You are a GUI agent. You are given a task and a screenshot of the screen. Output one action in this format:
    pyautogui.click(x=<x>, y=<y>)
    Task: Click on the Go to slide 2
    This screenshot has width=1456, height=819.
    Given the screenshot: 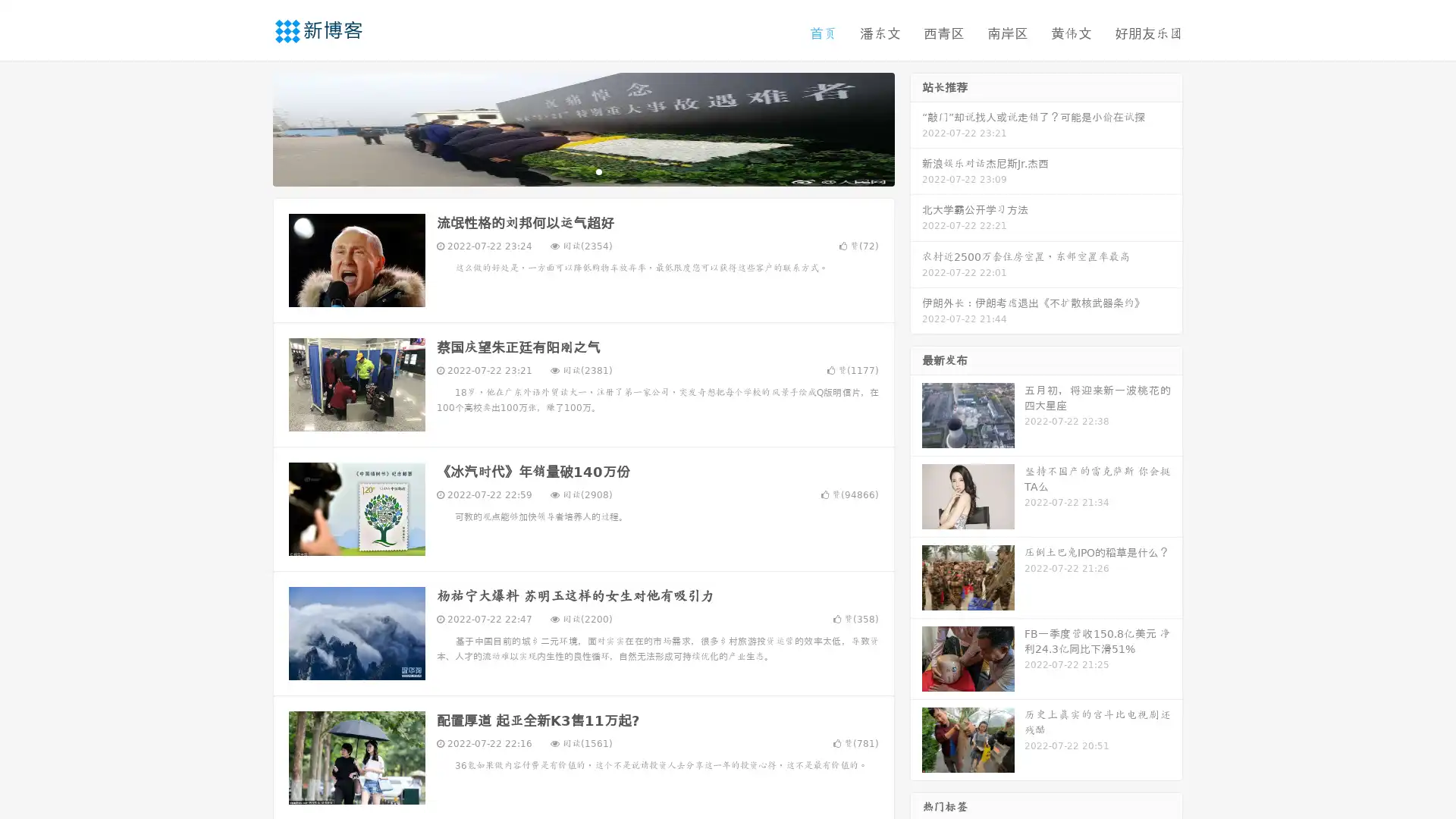 What is the action you would take?
    pyautogui.click(x=582, y=171)
    